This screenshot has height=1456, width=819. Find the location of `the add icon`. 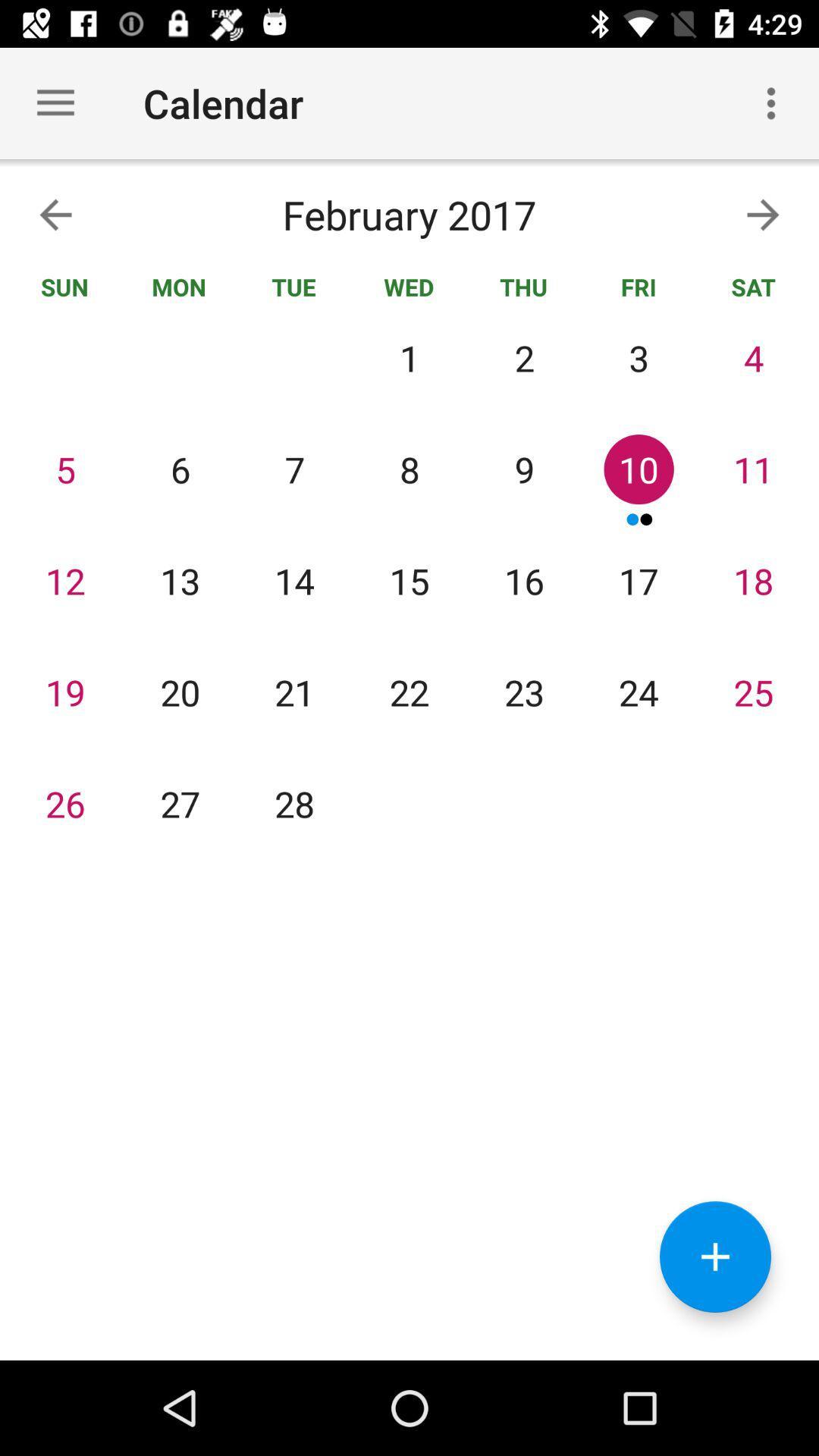

the add icon is located at coordinates (715, 1257).